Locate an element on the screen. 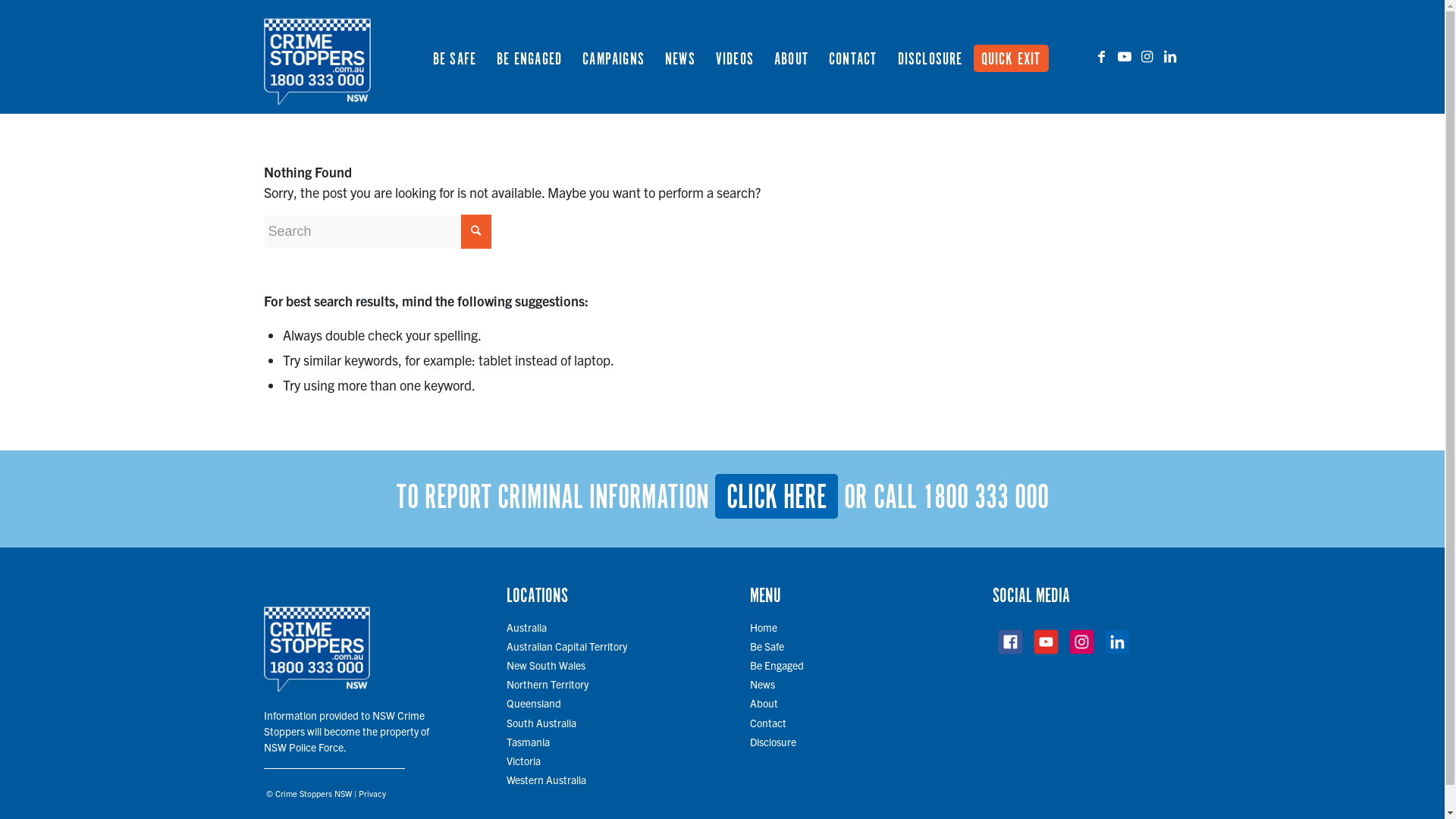  'Northern Territory' is located at coordinates (546, 684).